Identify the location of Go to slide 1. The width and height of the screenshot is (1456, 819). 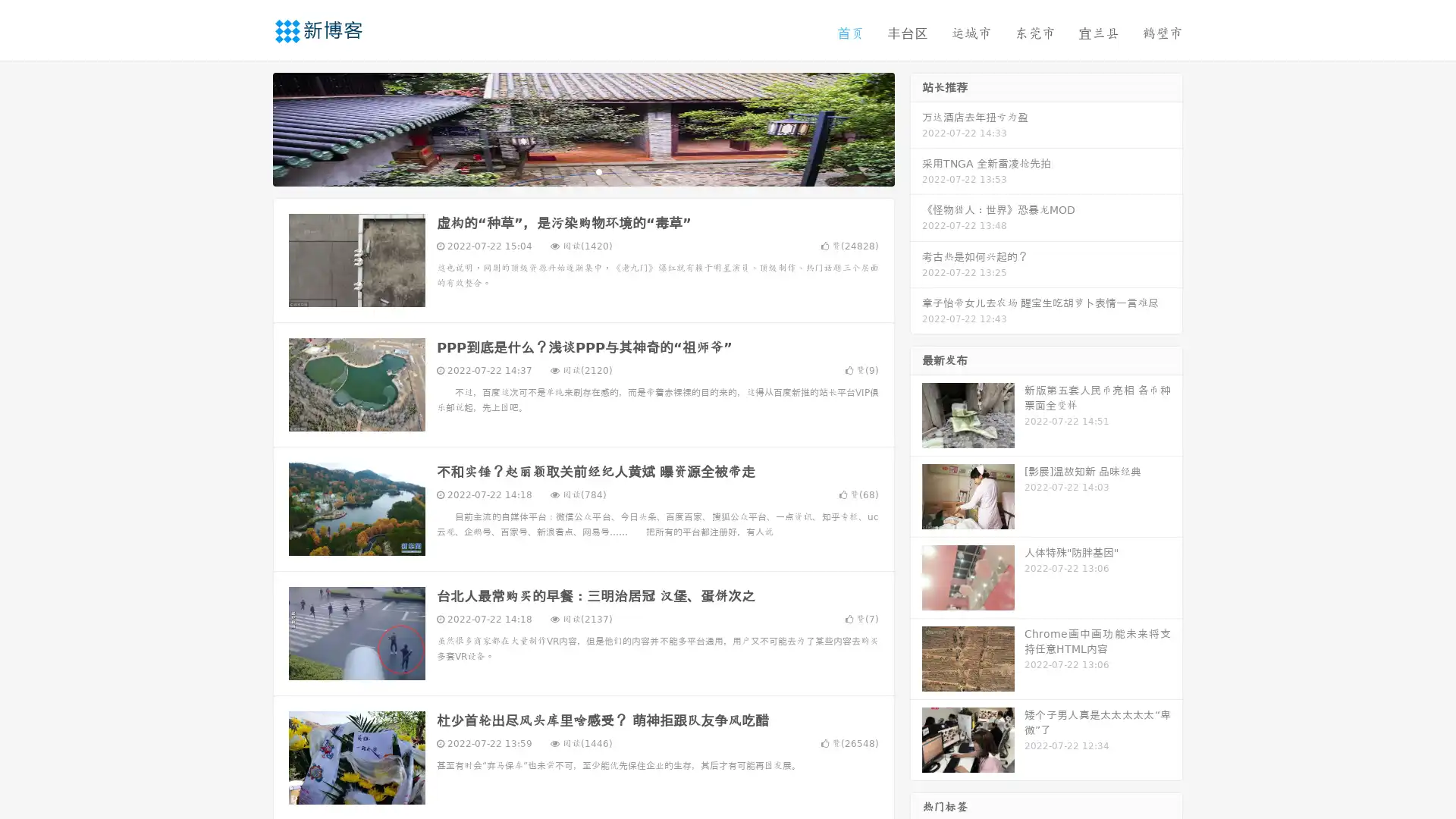
(567, 171).